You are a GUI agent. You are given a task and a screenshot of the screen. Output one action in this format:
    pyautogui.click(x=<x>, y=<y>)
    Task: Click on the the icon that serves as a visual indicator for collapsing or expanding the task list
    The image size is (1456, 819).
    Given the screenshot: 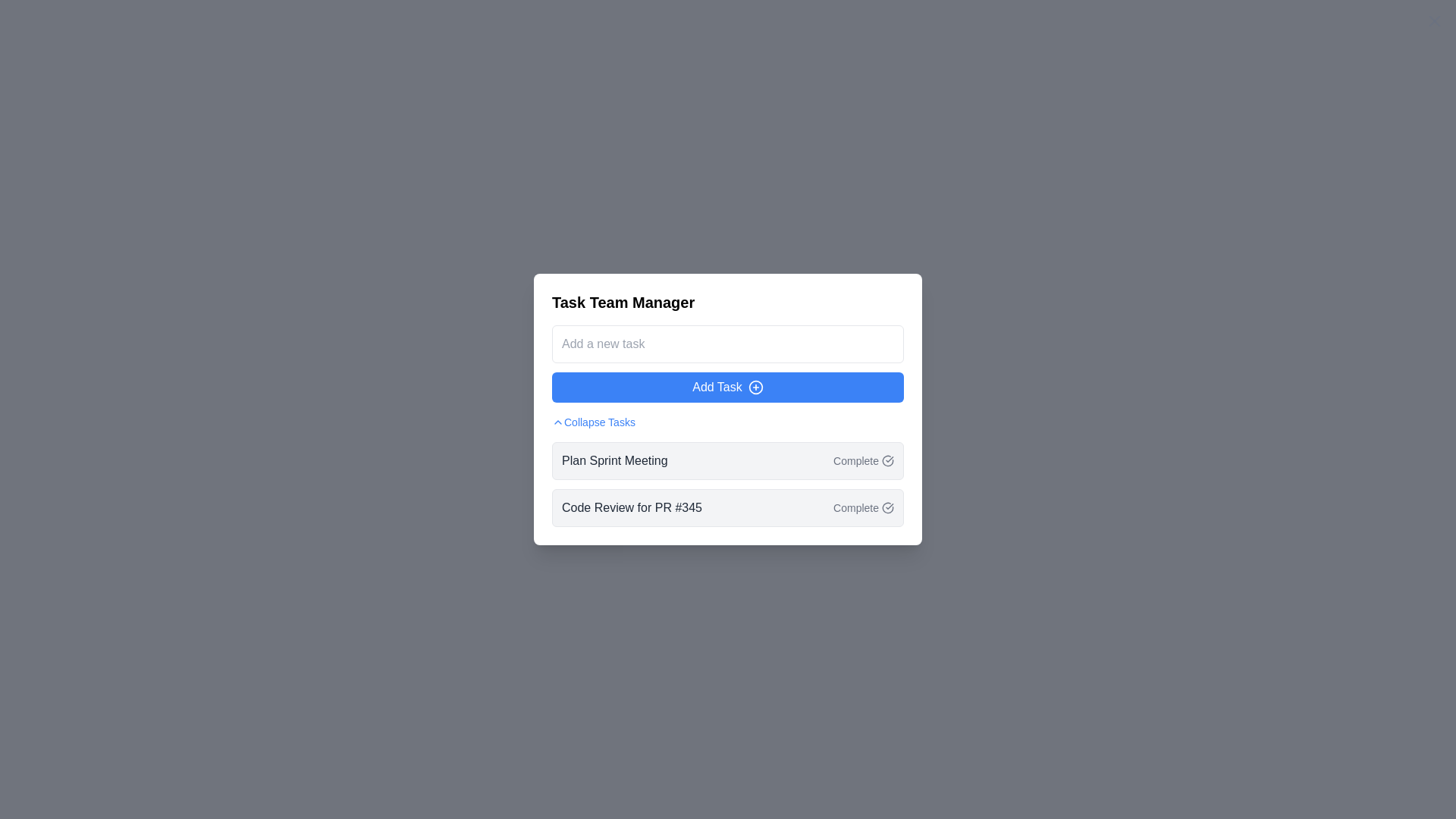 What is the action you would take?
    pyautogui.click(x=557, y=422)
    